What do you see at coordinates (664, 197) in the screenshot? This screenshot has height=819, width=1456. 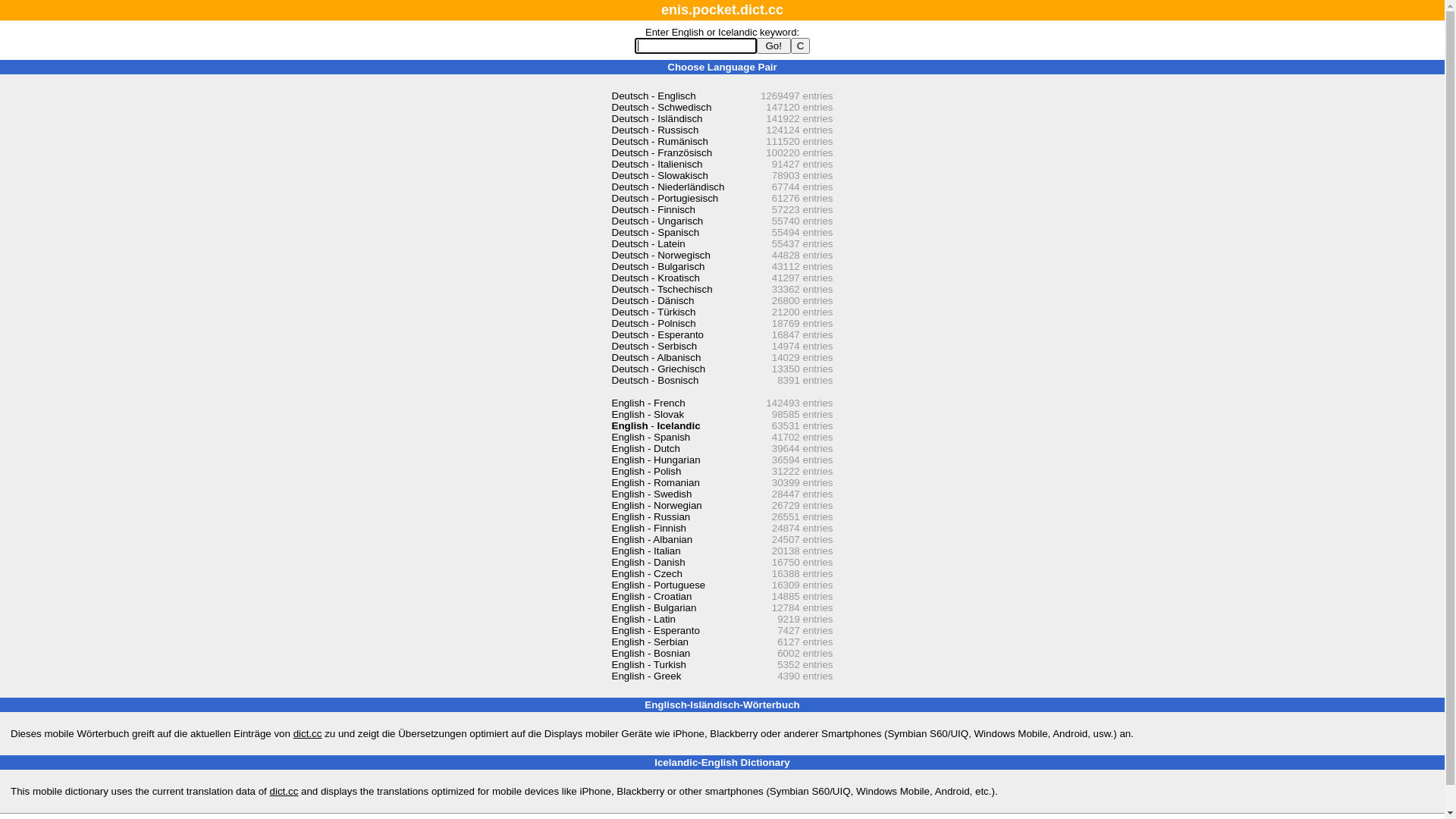 I see `'Deutsch - Portugiesisch'` at bounding box center [664, 197].